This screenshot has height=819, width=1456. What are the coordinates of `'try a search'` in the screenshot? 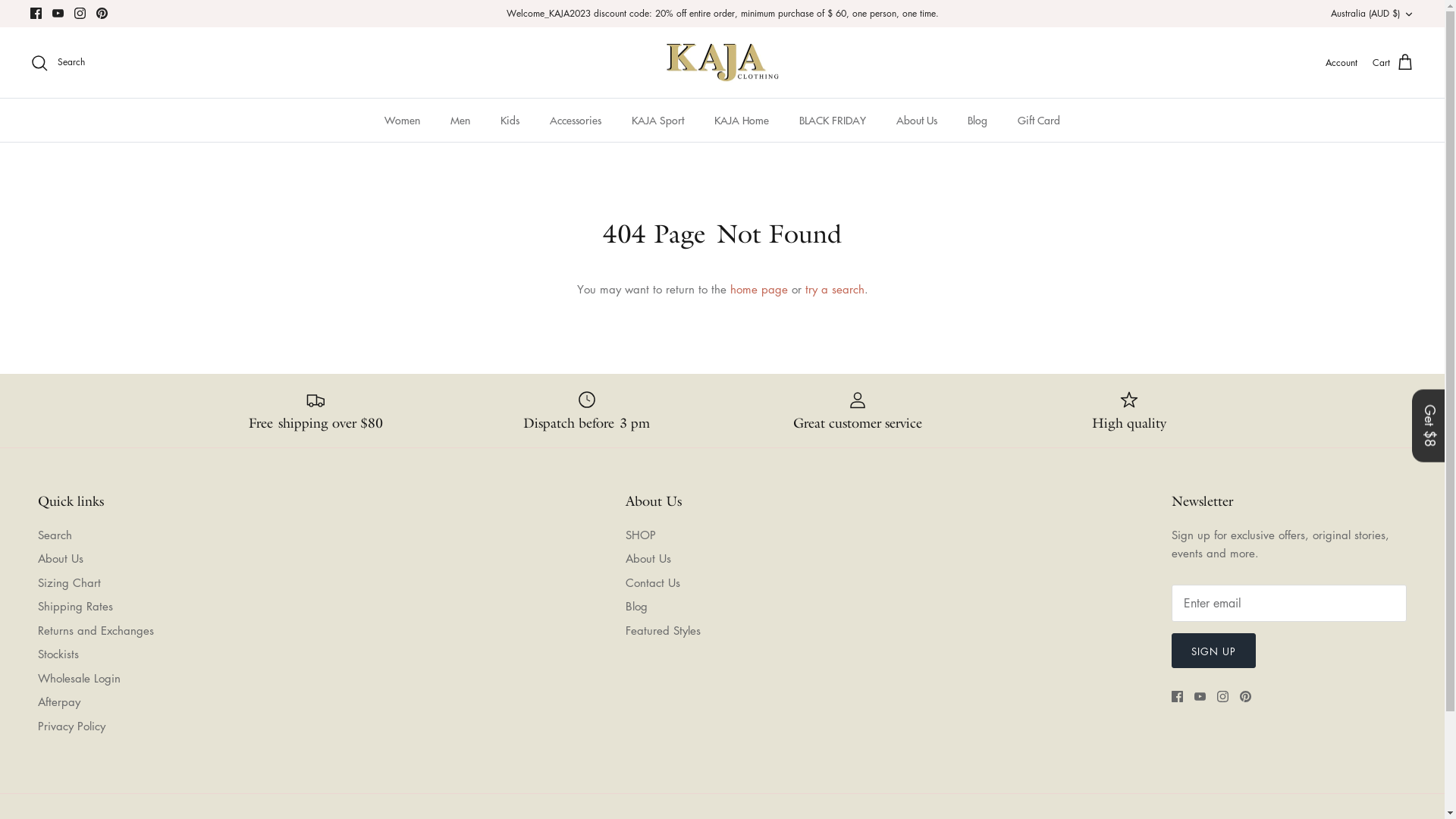 It's located at (833, 289).